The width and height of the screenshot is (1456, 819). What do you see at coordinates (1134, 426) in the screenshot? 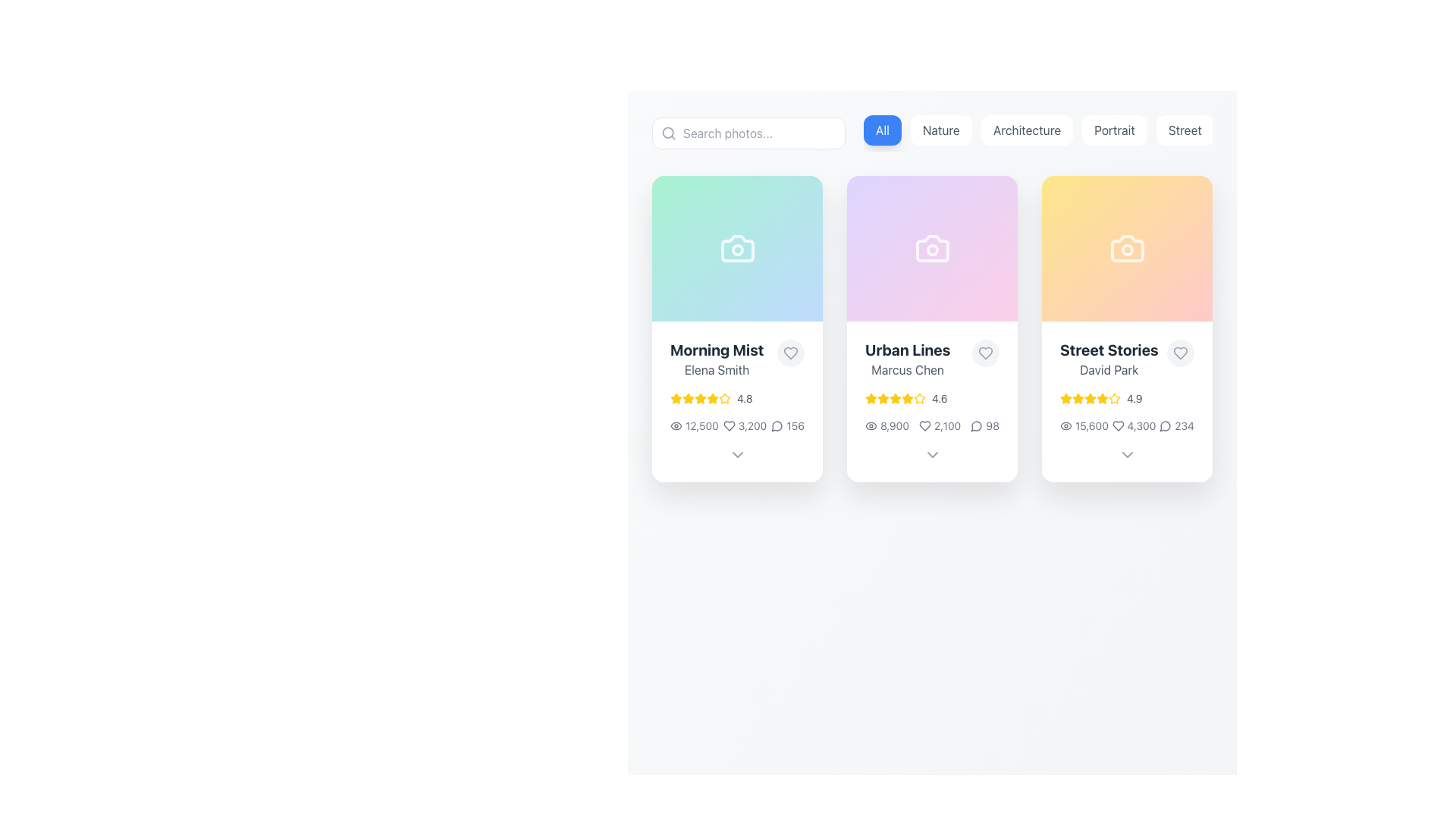
I see `the 'like counter' component featuring a heart icon and the numeric value '4,300', which is located within the 'Street Stories' card by 'David Park', positioned between the views count and comment count` at bounding box center [1134, 426].